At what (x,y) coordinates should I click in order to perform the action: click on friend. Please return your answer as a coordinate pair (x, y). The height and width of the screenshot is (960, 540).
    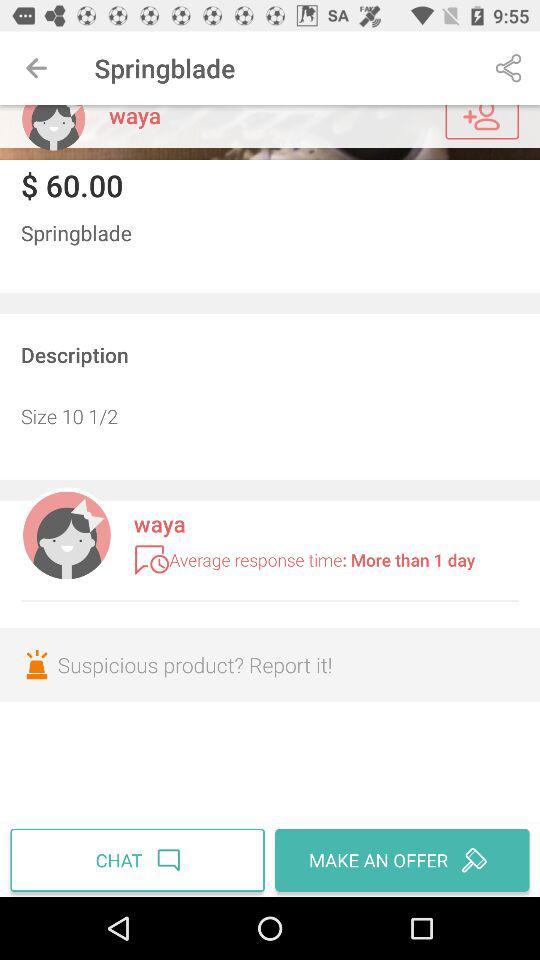
    Looking at the image, I should click on (481, 121).